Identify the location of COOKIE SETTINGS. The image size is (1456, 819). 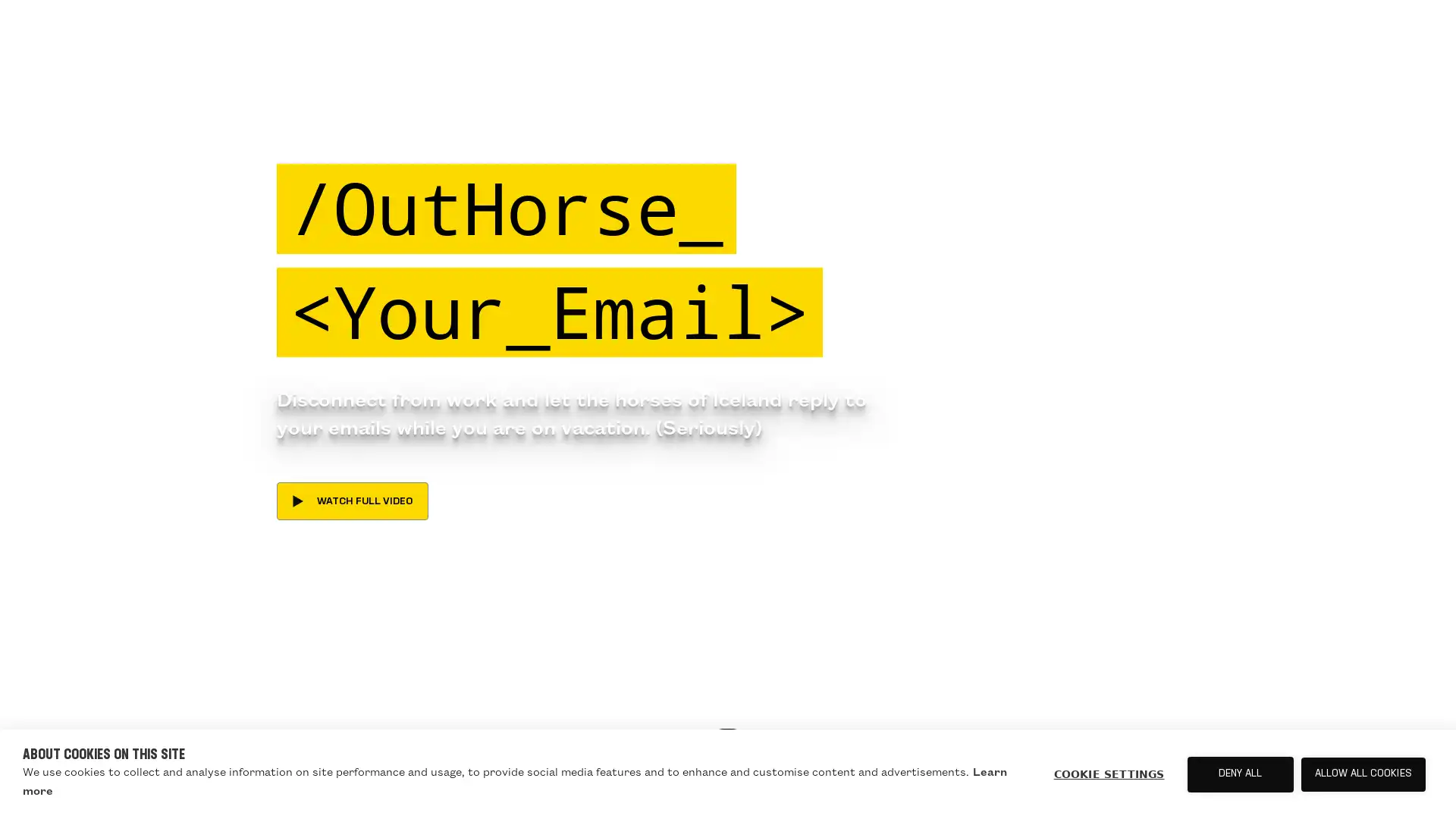
(1109, 773).